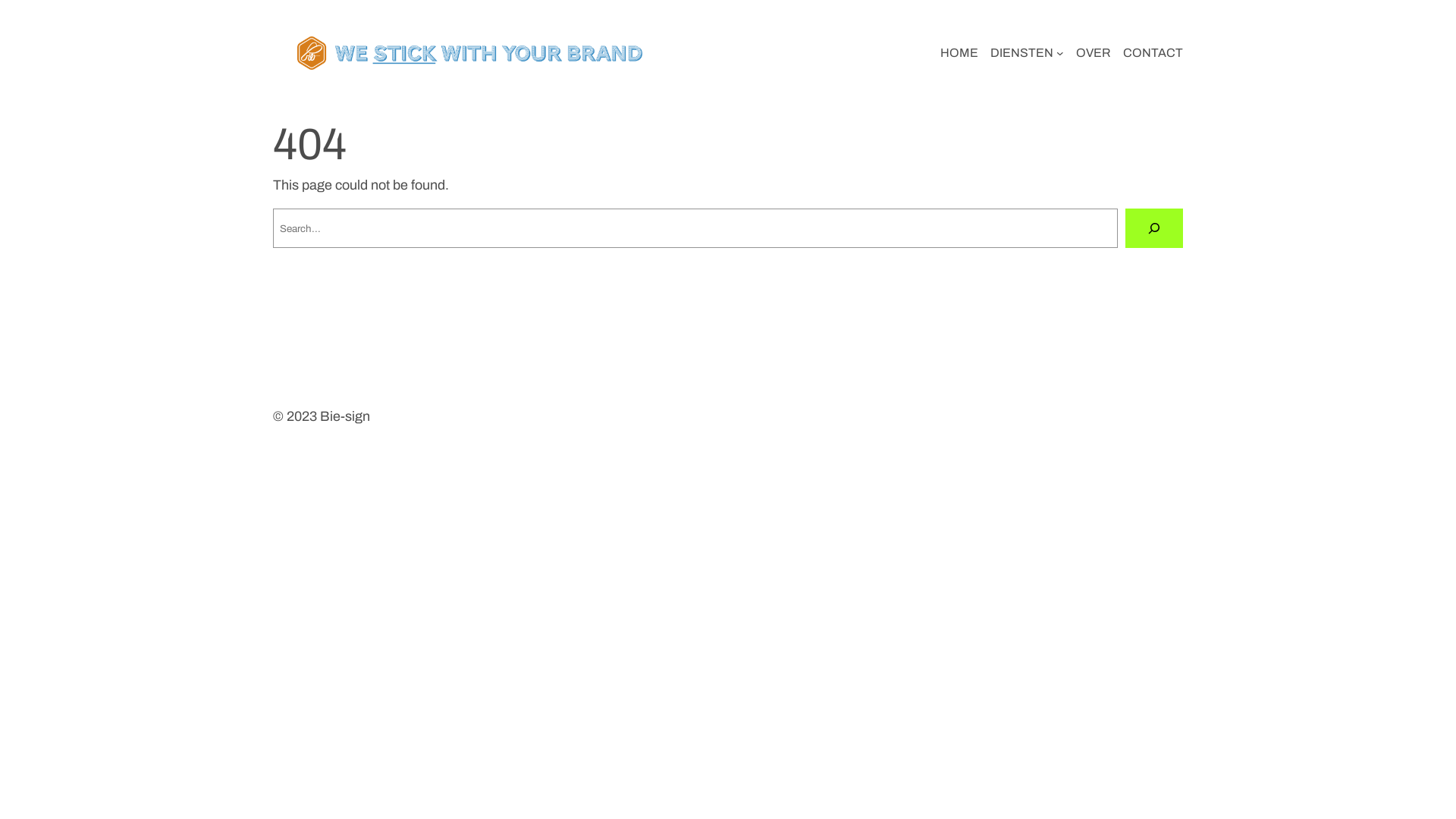  What do you see at coordinates (1153, 52) in the screenshot?
I see `'CONTACT'` at bounding box center [1153, 52].